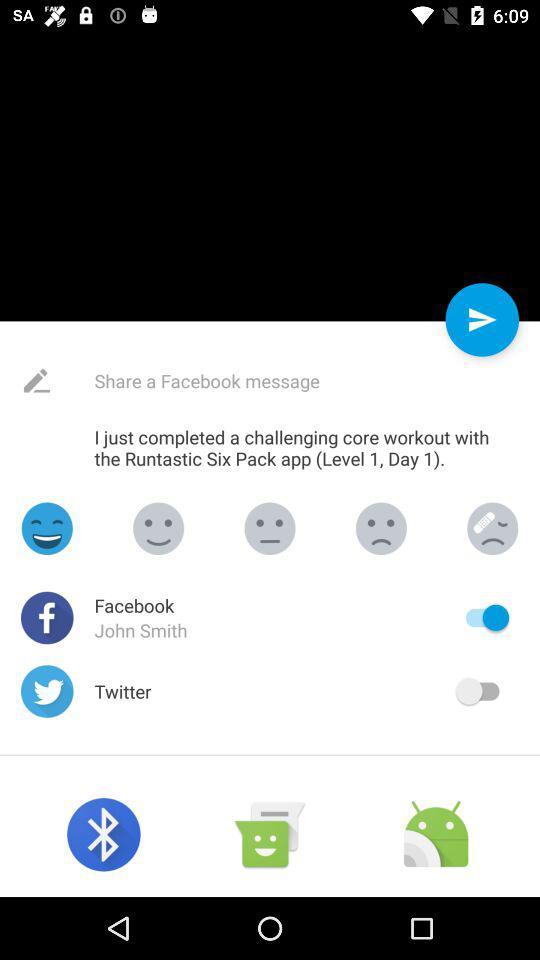  What do you see at coordinates (270, 527) in the screenshot?
I see `the emoji icon` at bounding box center [270, 527].